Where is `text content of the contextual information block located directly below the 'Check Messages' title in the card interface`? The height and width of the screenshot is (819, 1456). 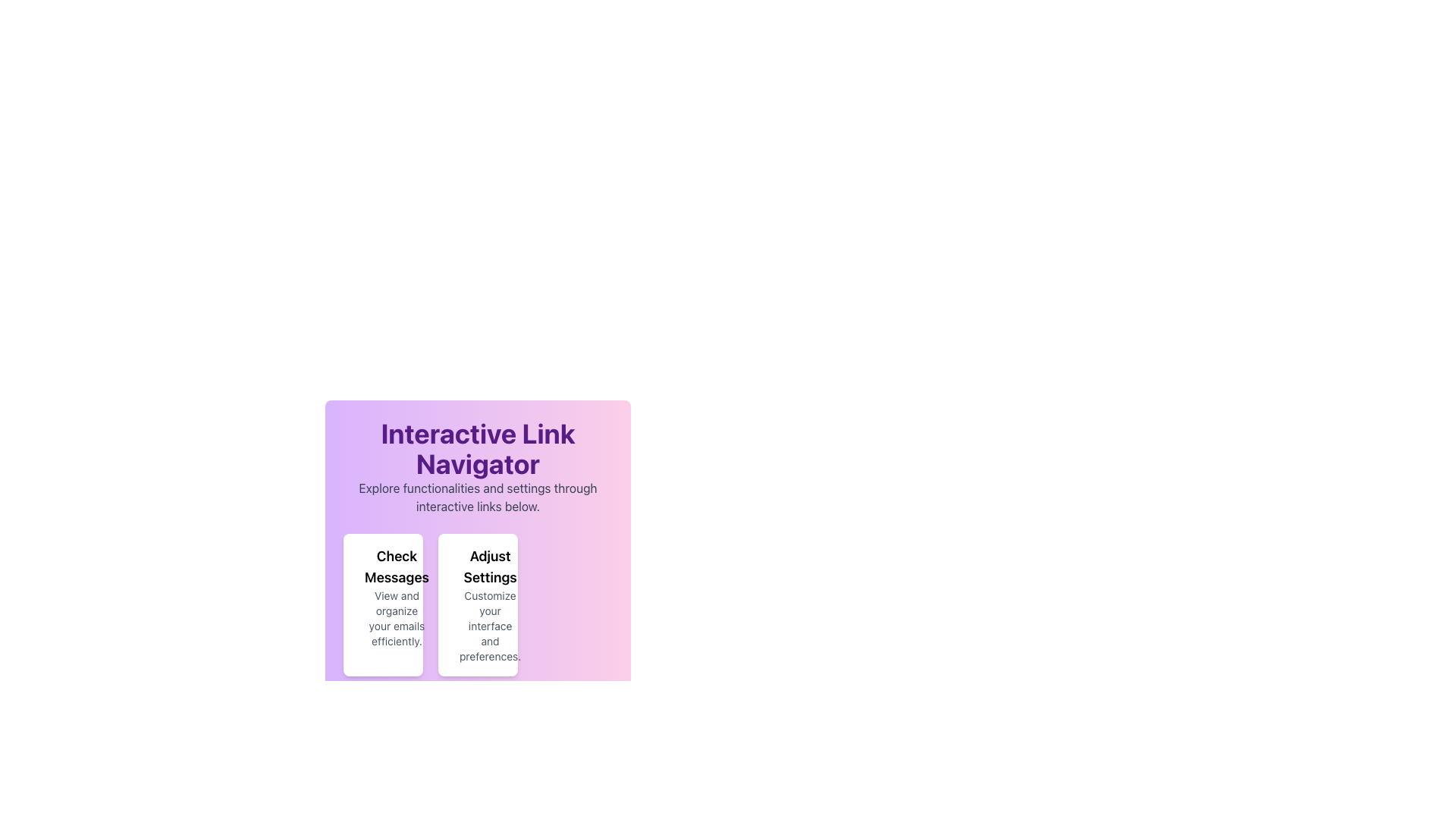 text content of the contextual information block located directly below the 'Check Messages' title in the card interface is located at coordinates (397, 619).